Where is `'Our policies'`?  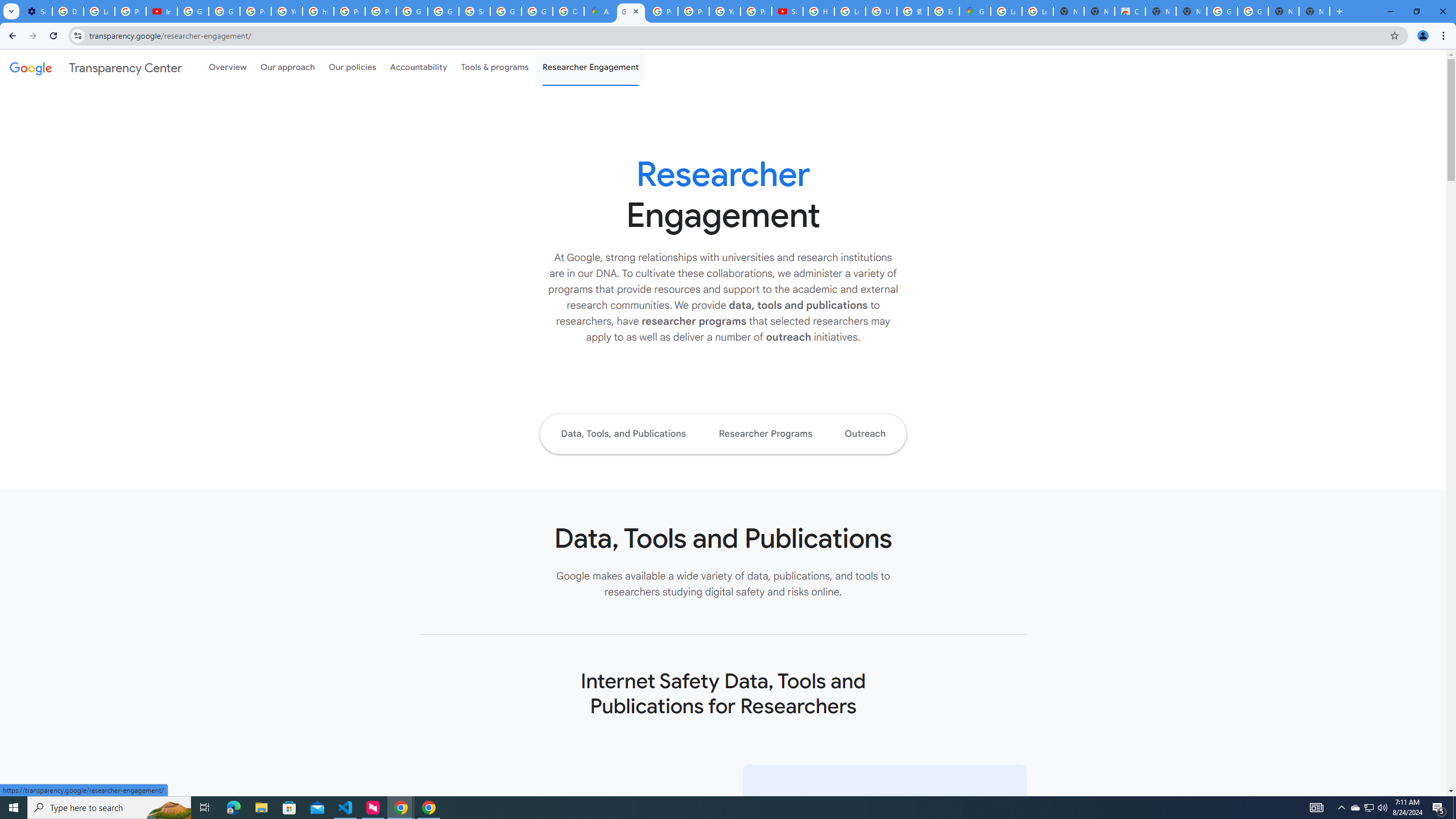
'Our policies' is located at coordinates (352, 67).